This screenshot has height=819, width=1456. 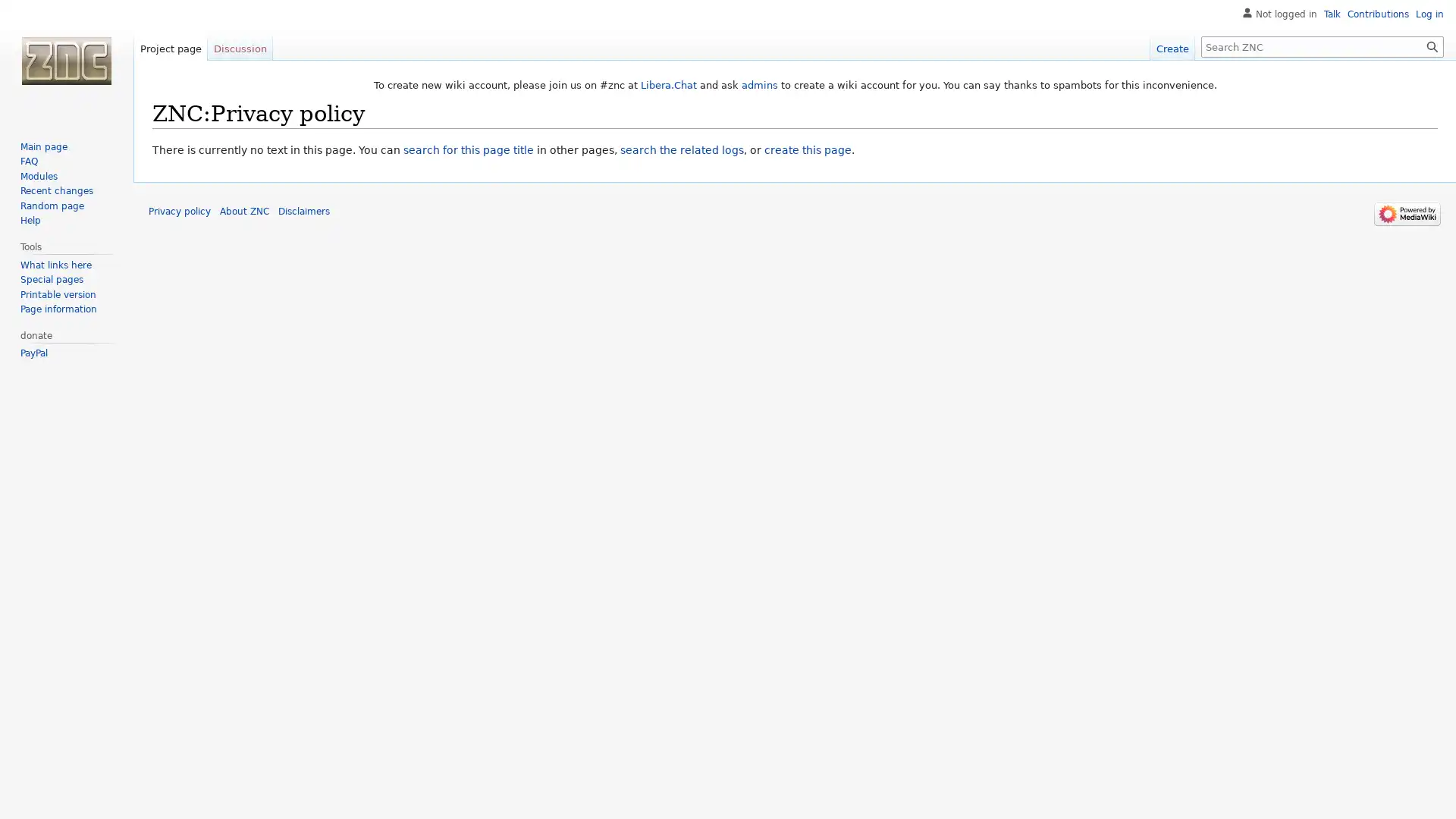 What do you see at coordinates (1432, 45) in the screenshot?
I see `Go` at bounding box center [1432, 45].